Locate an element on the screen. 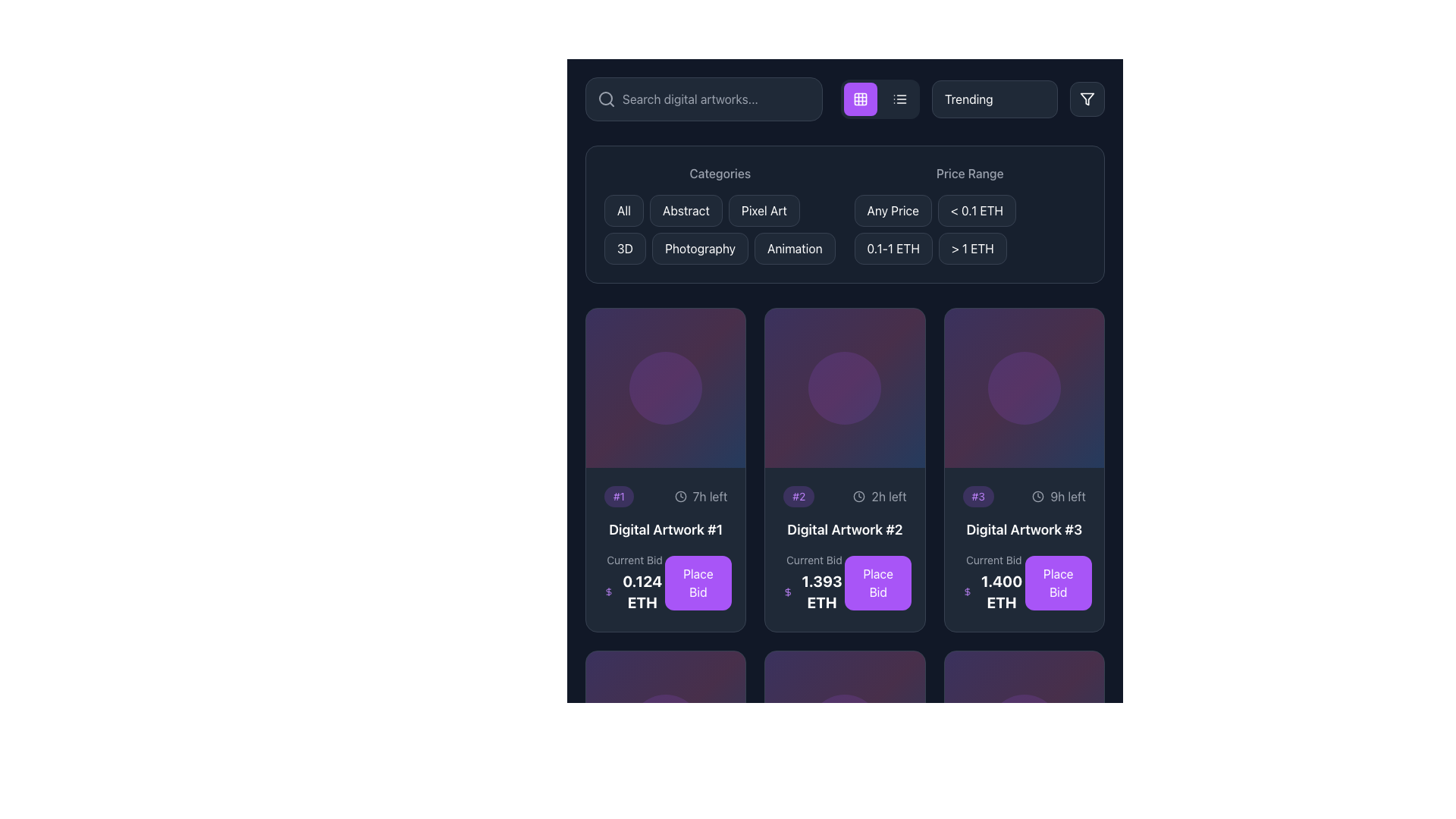 The image size is (1456, 819). the grid view button, which is the second button from the left in a row of controls at the top of the interface is located at coordinates (844, 99).